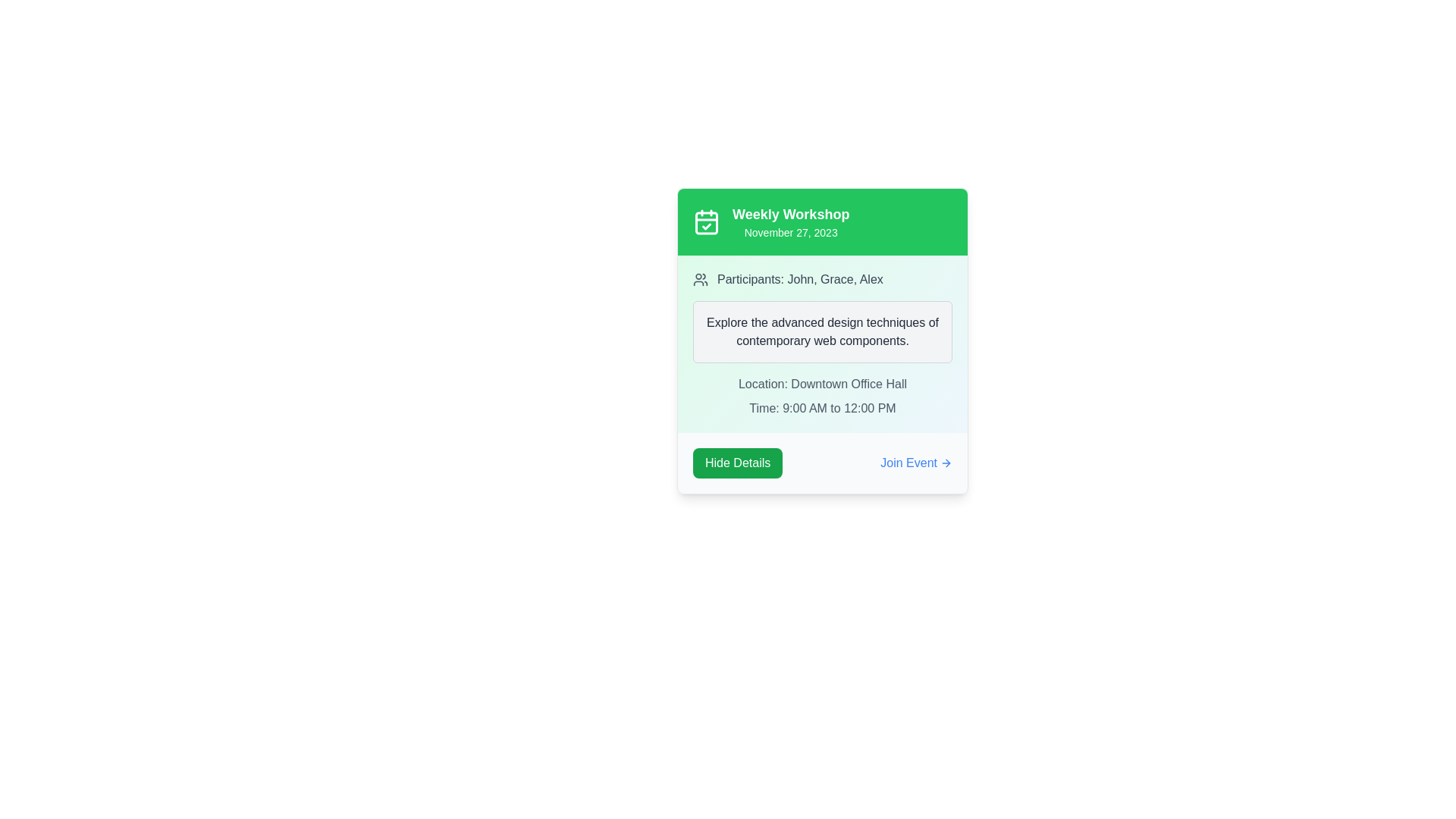 Image resolution: width=1456 pixels, height=819 pixels. What do you see at coordinates (821, 280) in the screenshot?
I see `the label displaying 'Participants: John, Grace, Alex' which includes an icon of a group of people on its left` at bounding box center [821, 280].